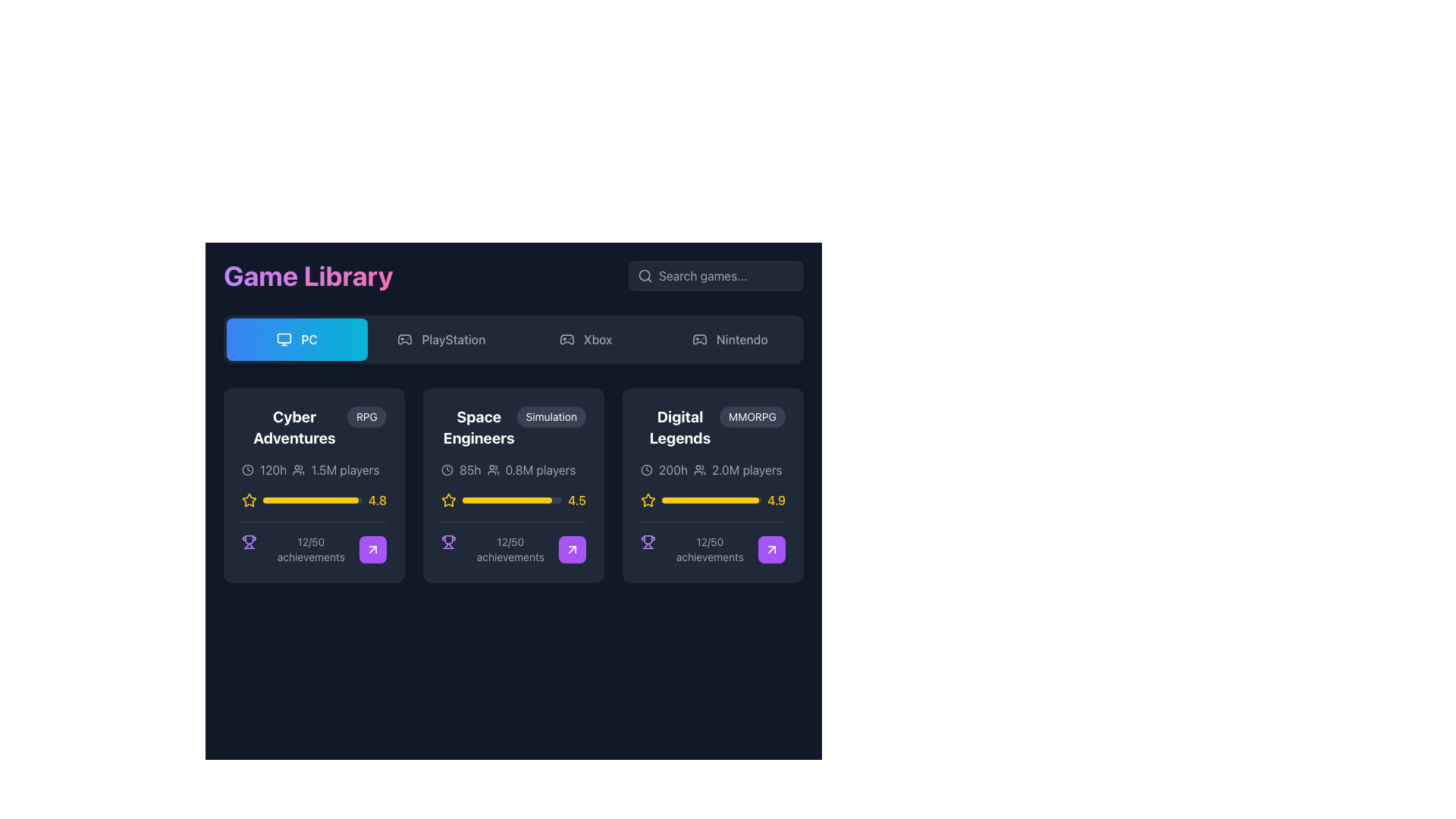 The height and width of the screenshot is (819, 1456). Describe the element at coordinates (698, 550) in the screenshot. I see `the Progress summary label which features a purple trophy icon and the text '12/50 achievements' in gray color, located in the bottom portion of the 'Digital Legends' card` at that location.